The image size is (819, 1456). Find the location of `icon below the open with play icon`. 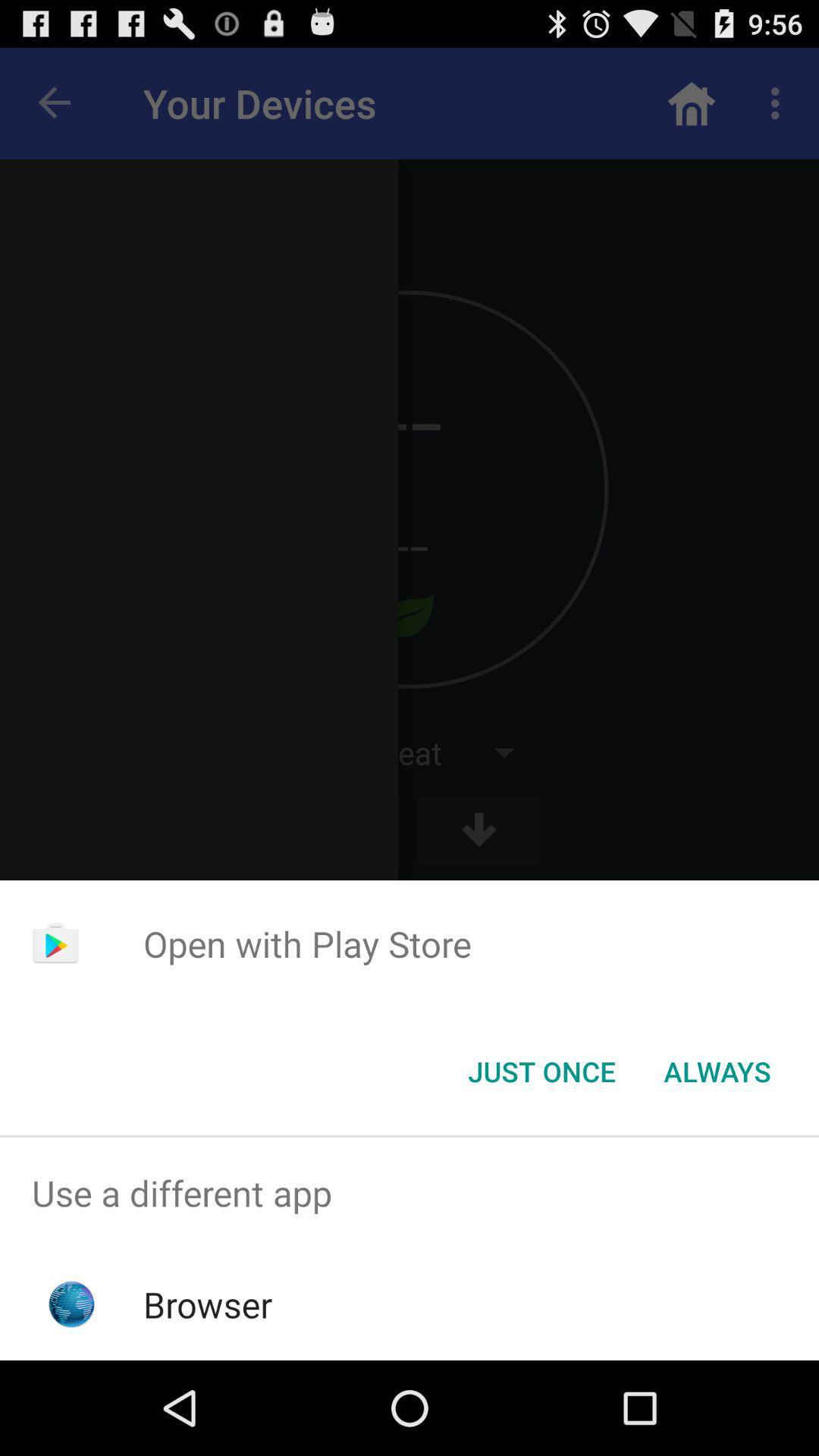

icon below the open with play icon is located at coordinates (541, 1070).